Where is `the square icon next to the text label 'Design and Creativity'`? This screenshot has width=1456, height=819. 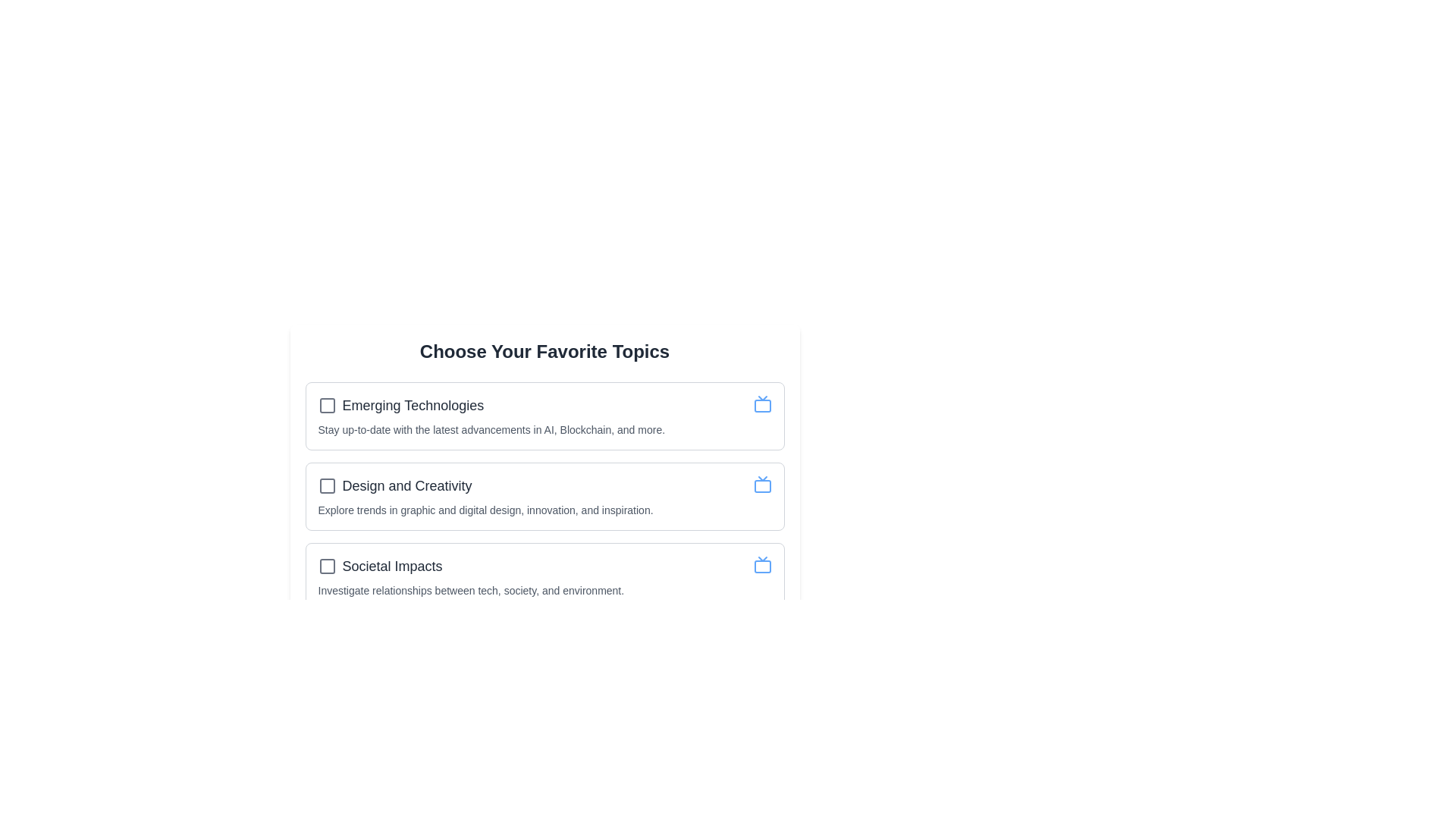
the square icon next to the text label 'Design and Creativity' is located at coordinates (326, 485).